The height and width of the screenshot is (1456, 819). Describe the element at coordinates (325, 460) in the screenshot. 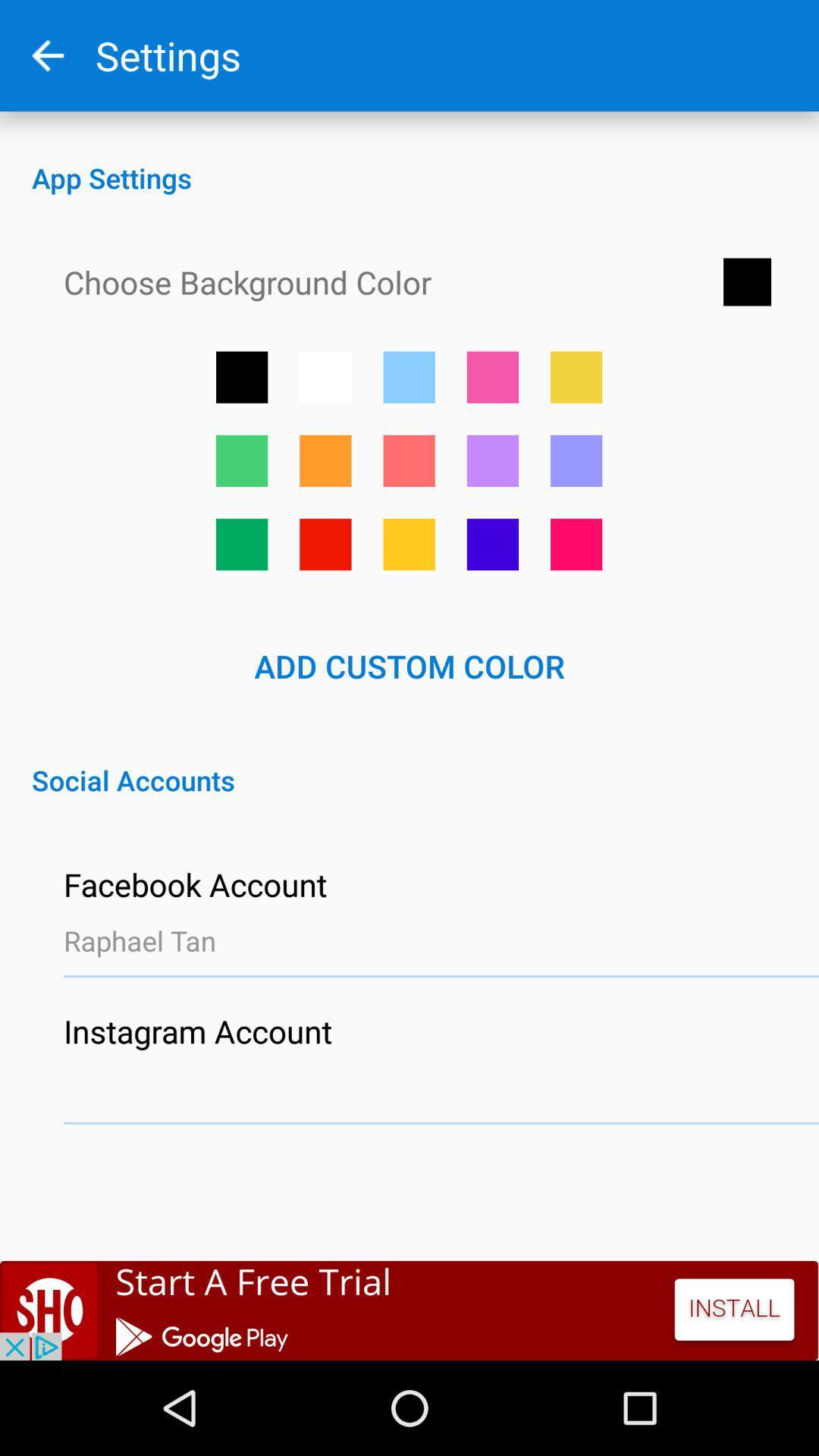

I see `color` at that location.